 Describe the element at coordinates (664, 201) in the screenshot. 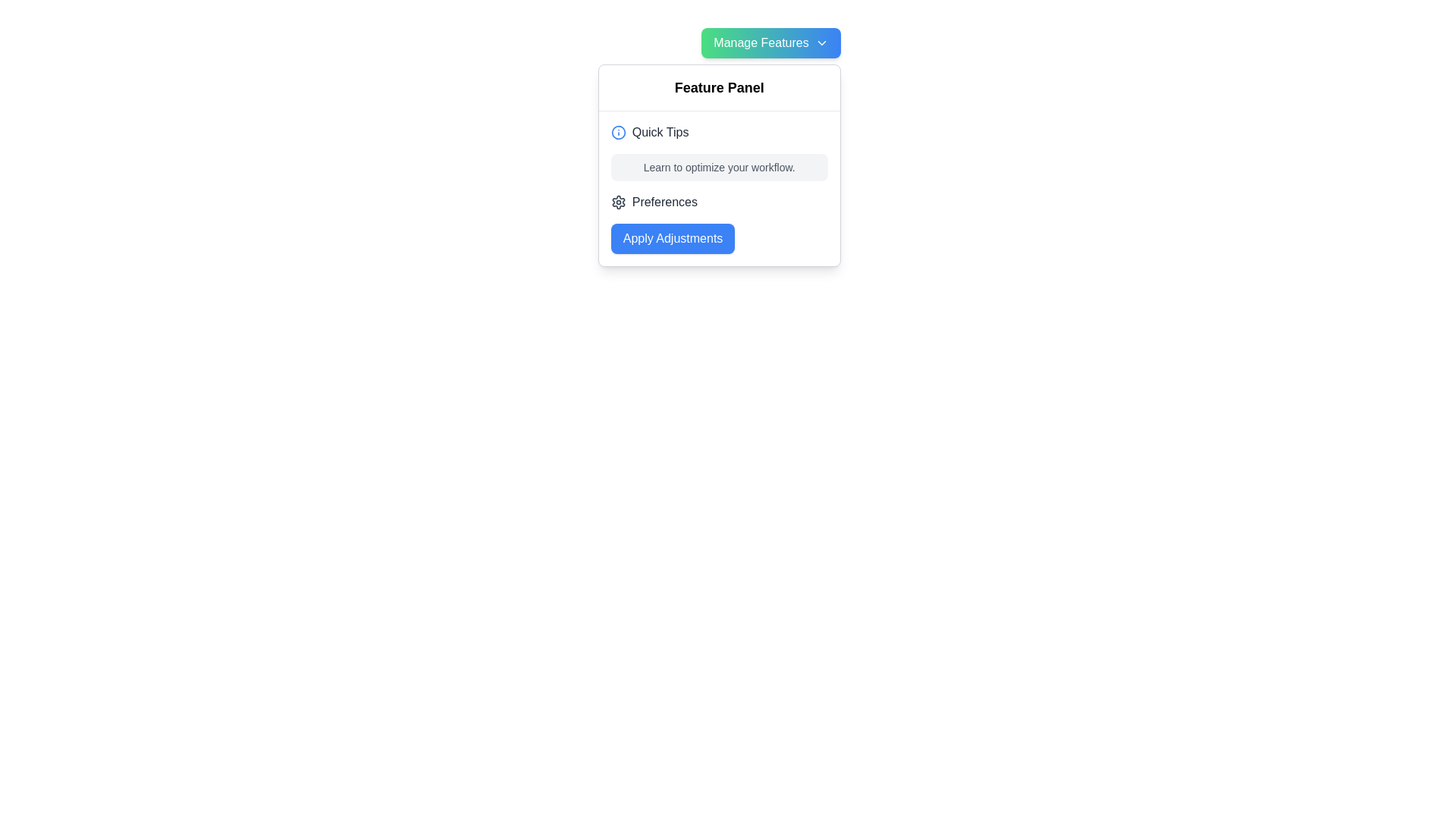

I see `the text label displaying 'Preferences' which is aligned with a gear-like icon on its left, located in the 'Feature Panel' below the 'Quick Tips' section` at that location.